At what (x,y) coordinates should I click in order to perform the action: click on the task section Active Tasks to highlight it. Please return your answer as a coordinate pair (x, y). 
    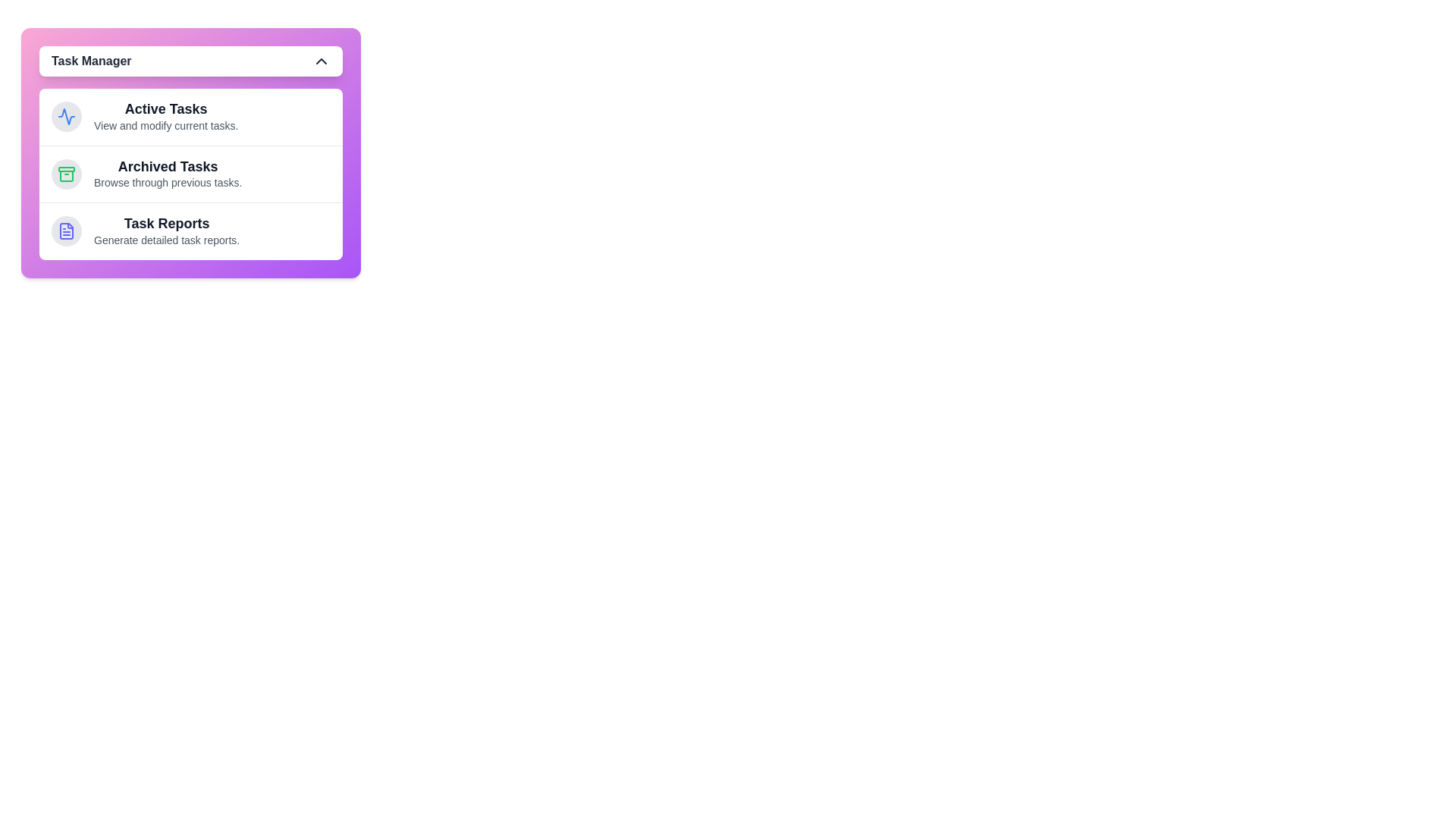
    Looking at the image, I should click on (190, 116).